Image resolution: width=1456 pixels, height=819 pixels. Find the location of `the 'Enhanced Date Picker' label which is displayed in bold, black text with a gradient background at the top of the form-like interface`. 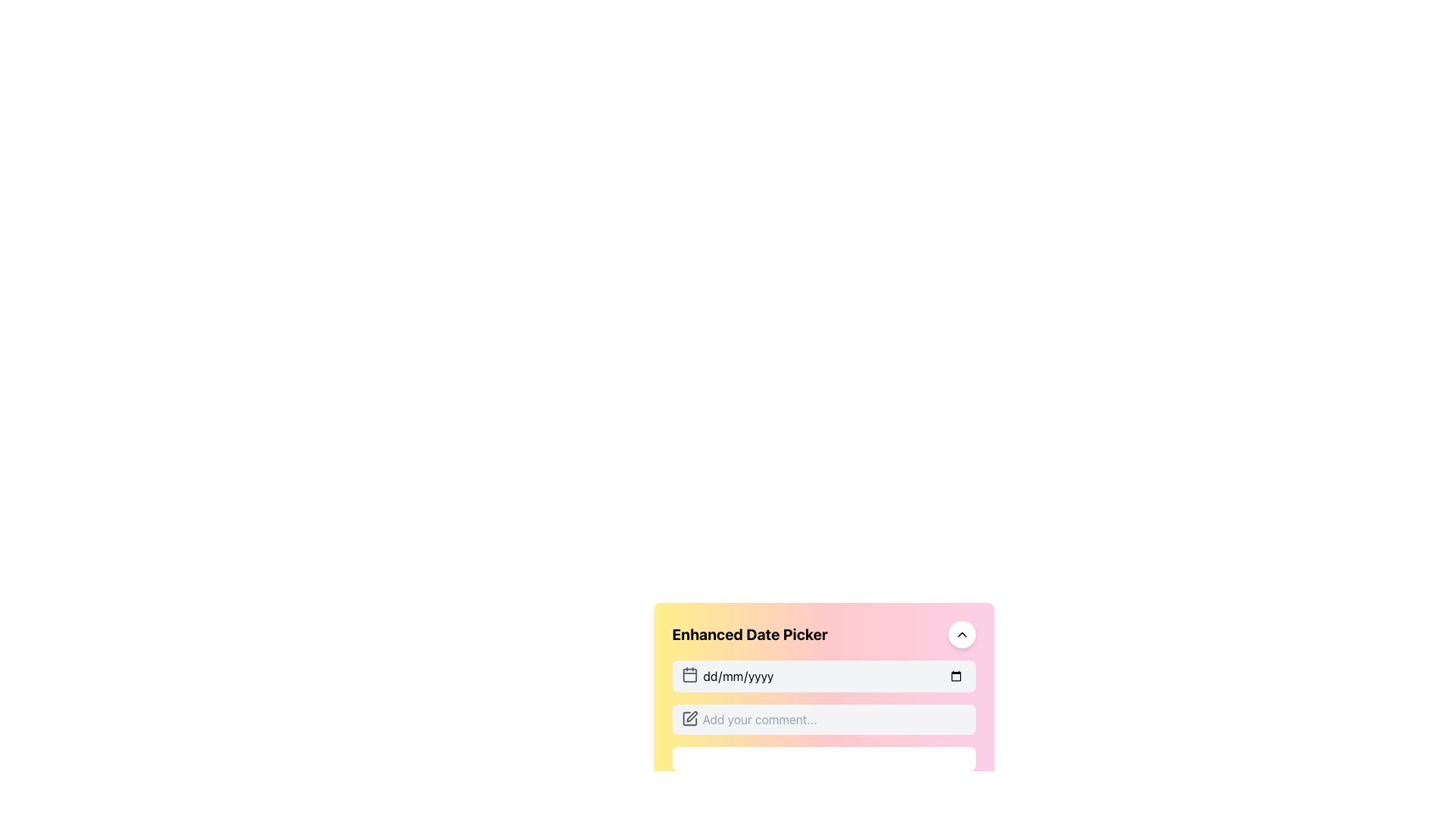

the 'Enhanced Date Picker' label which is displayed in bold, black text with a gradient background at the top of the form-like interface is located at coordinates (823, 635).